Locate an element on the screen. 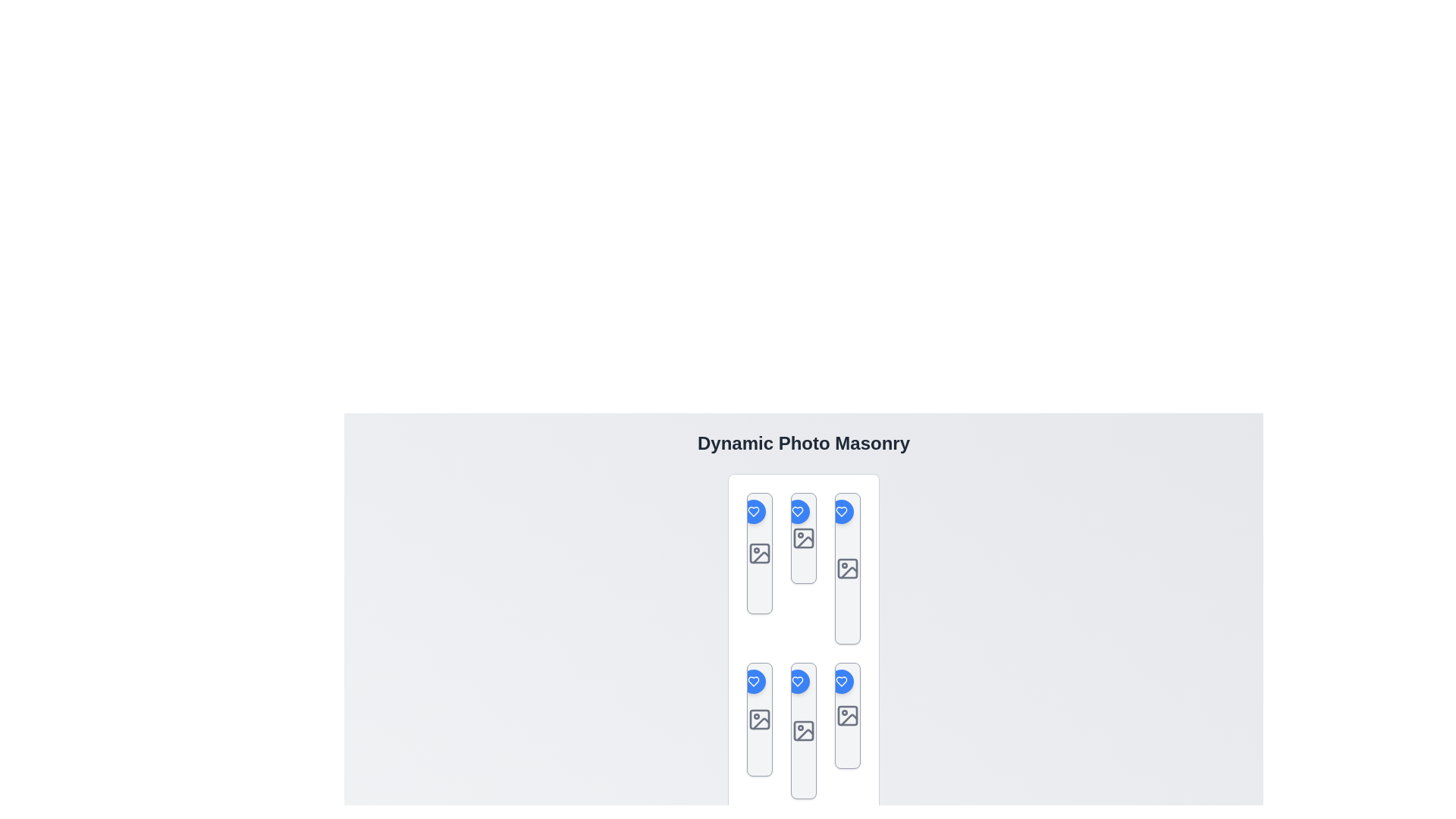  the third icon in the bottom row of the grid layout for interaction is located at coordinates (804, 733).